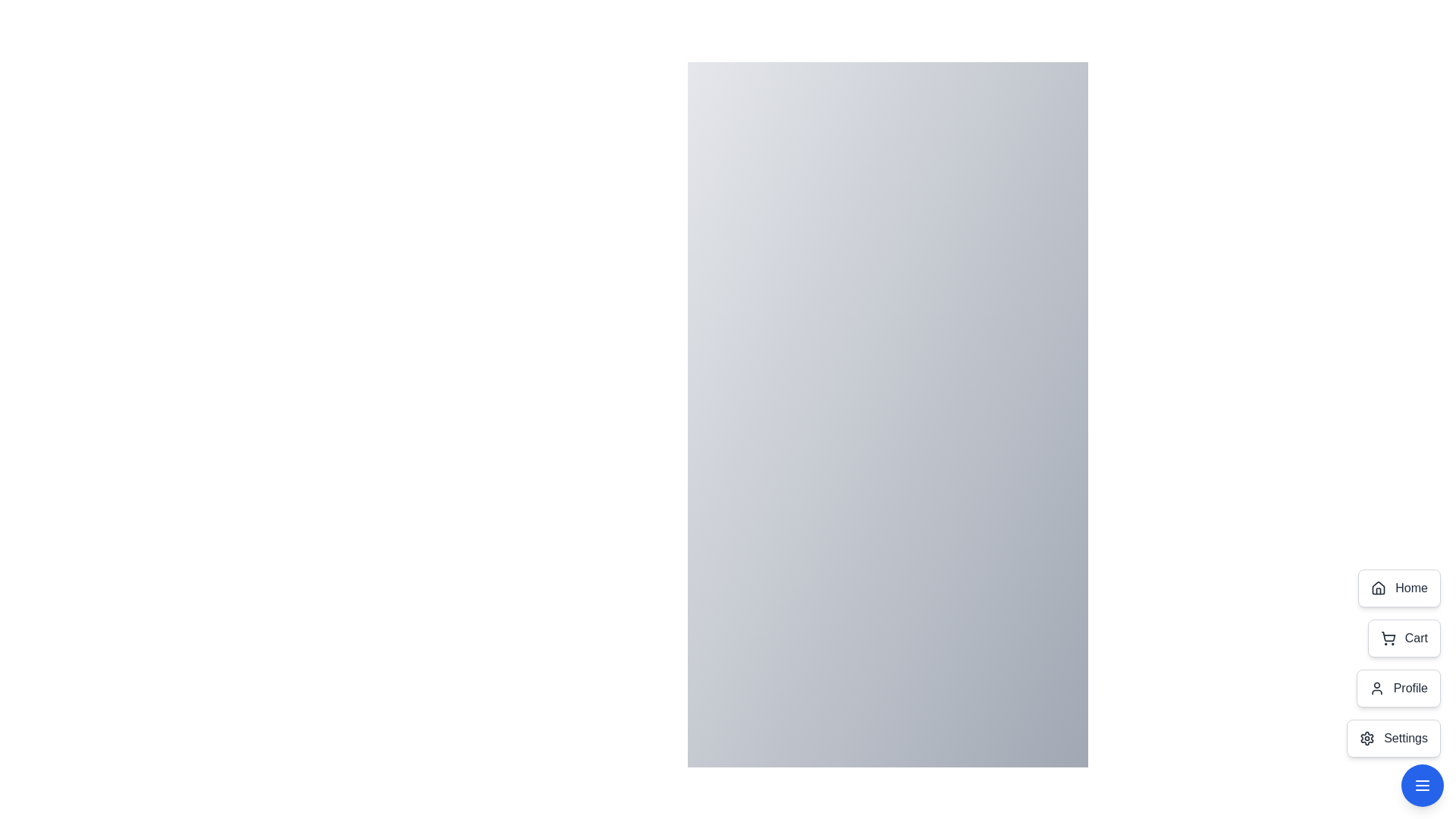 This screenshot has width=1456, height=819. What do you see at coordinates (1394, 738) in the screenshot?
I see `the Settings navigation button` at bounding box center [1394, 738].